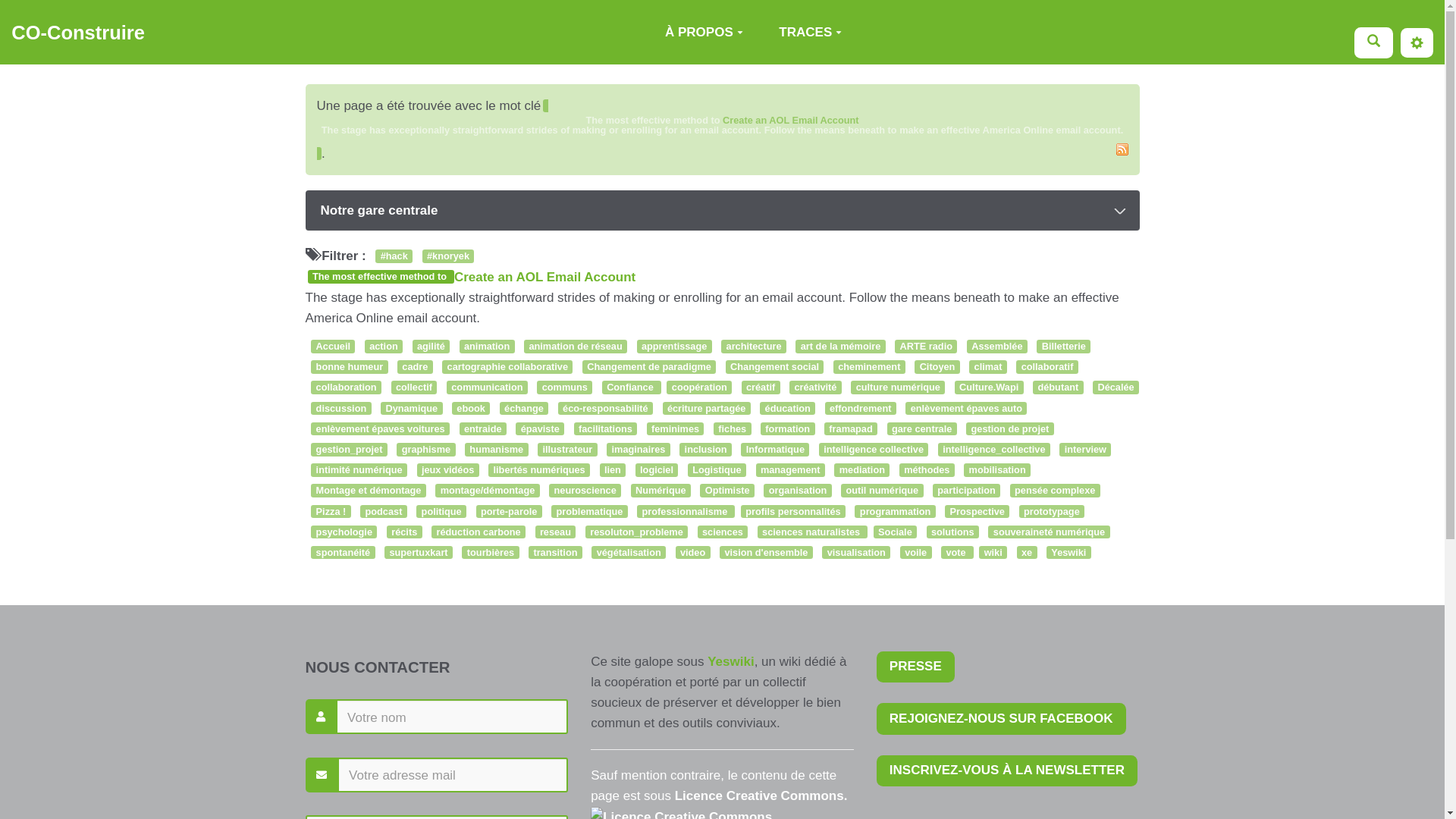 The width and height of the screenshot is (1456, 819). What do you see at coordinates (555, 532) in the screenshot?
I see `'reseau'` at bounding box center [555, 532].